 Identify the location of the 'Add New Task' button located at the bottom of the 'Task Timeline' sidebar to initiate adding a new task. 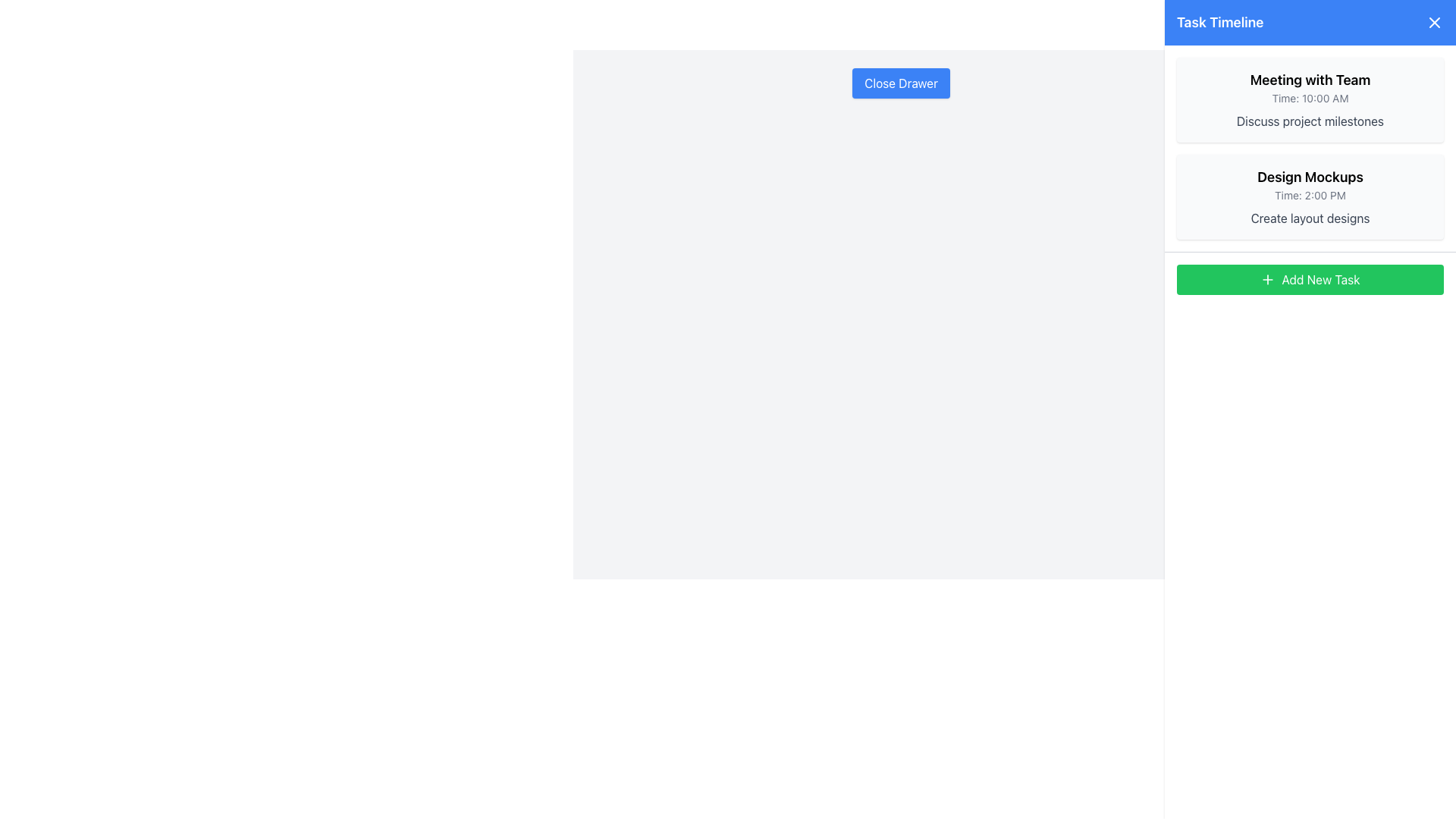
(1310, 280).